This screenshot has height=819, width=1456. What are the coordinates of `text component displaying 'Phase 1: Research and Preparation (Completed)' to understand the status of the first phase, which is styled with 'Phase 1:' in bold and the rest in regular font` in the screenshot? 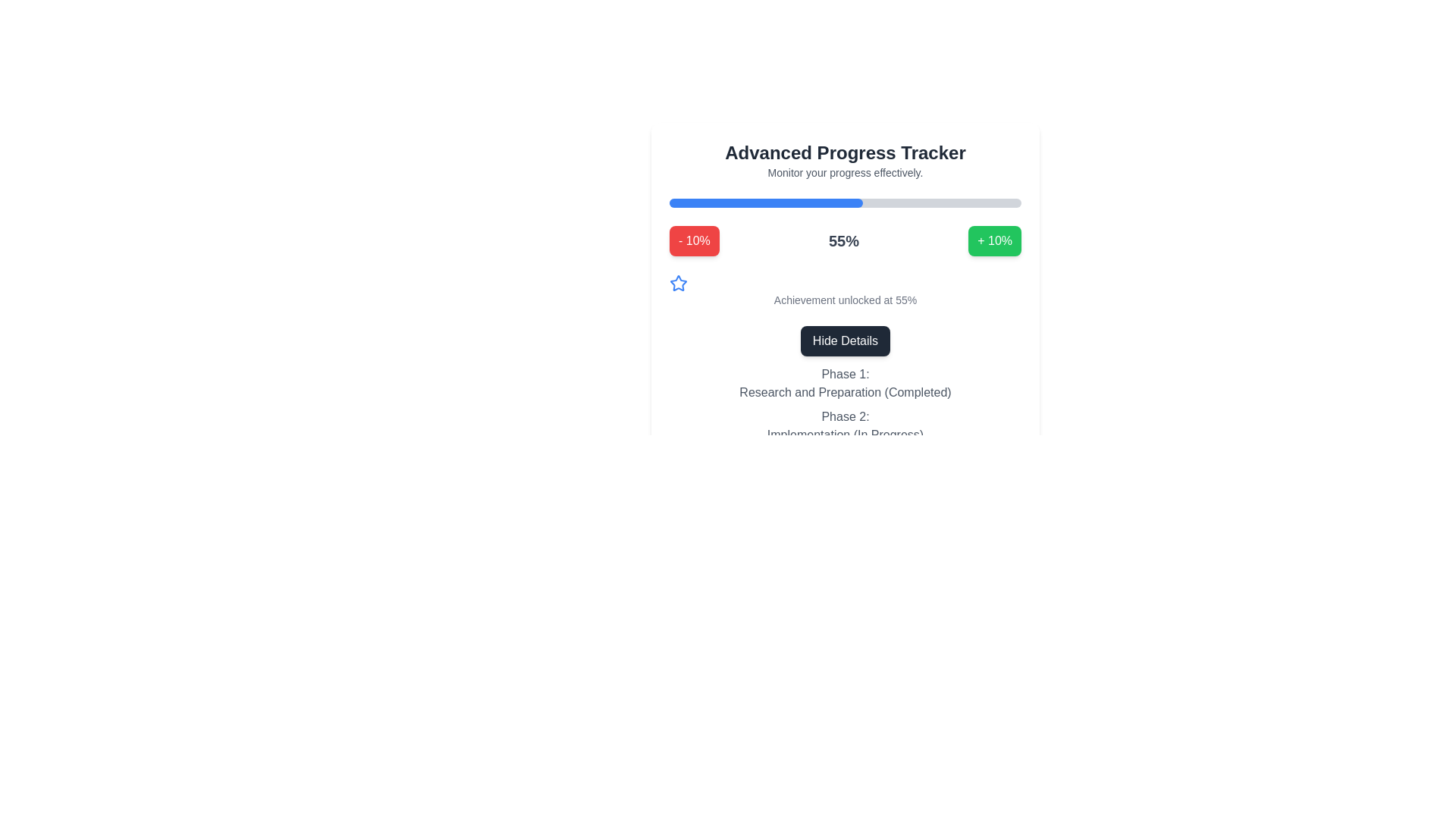 It's located at (844, 382).